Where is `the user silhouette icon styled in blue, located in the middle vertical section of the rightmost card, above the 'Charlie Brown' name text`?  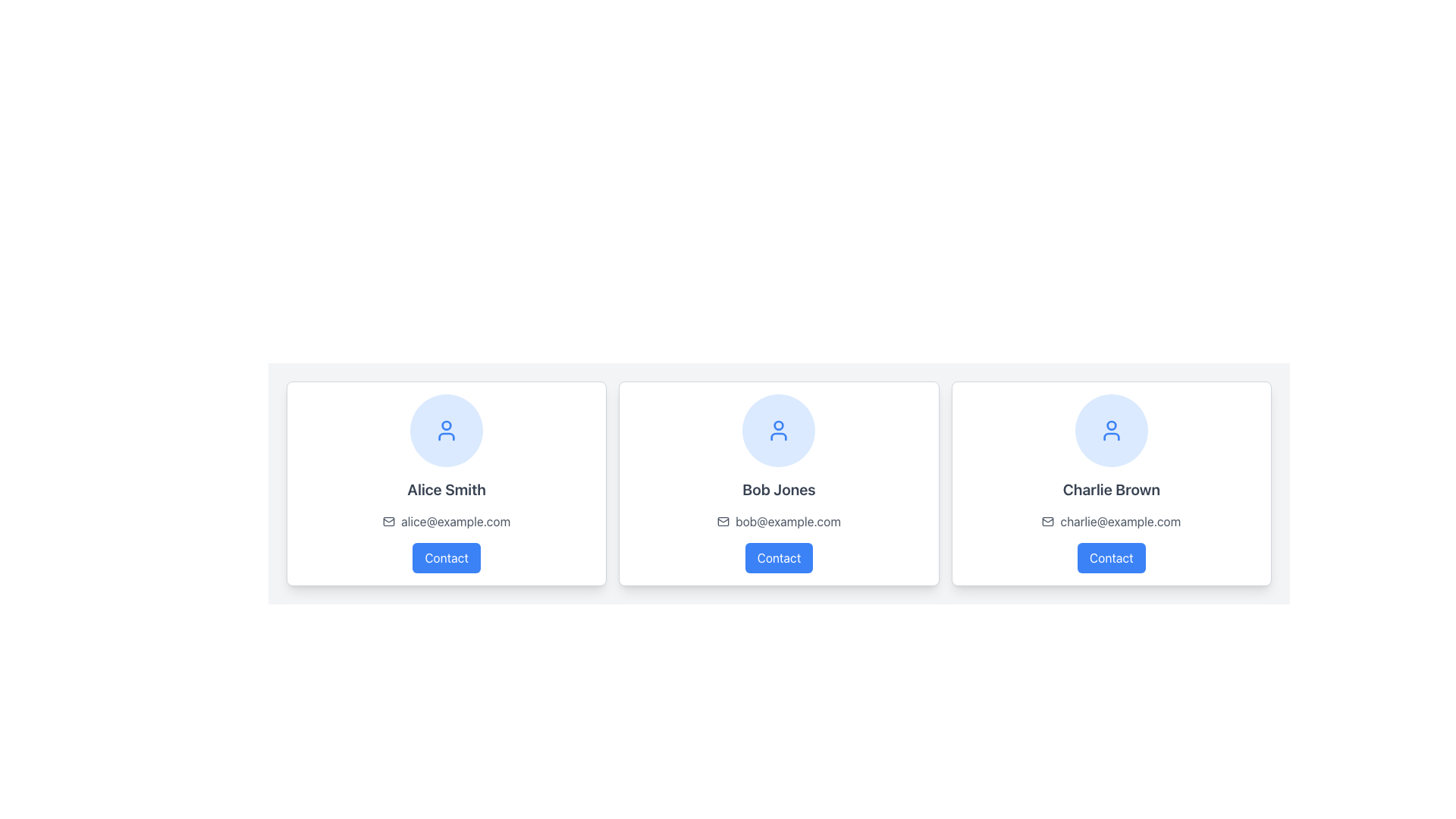
the user silhouette icon styled in blue, located in the middle vertical section of the rightmost card, above the 'Charlie Brown' name text is located at coordinates (1111, 430).